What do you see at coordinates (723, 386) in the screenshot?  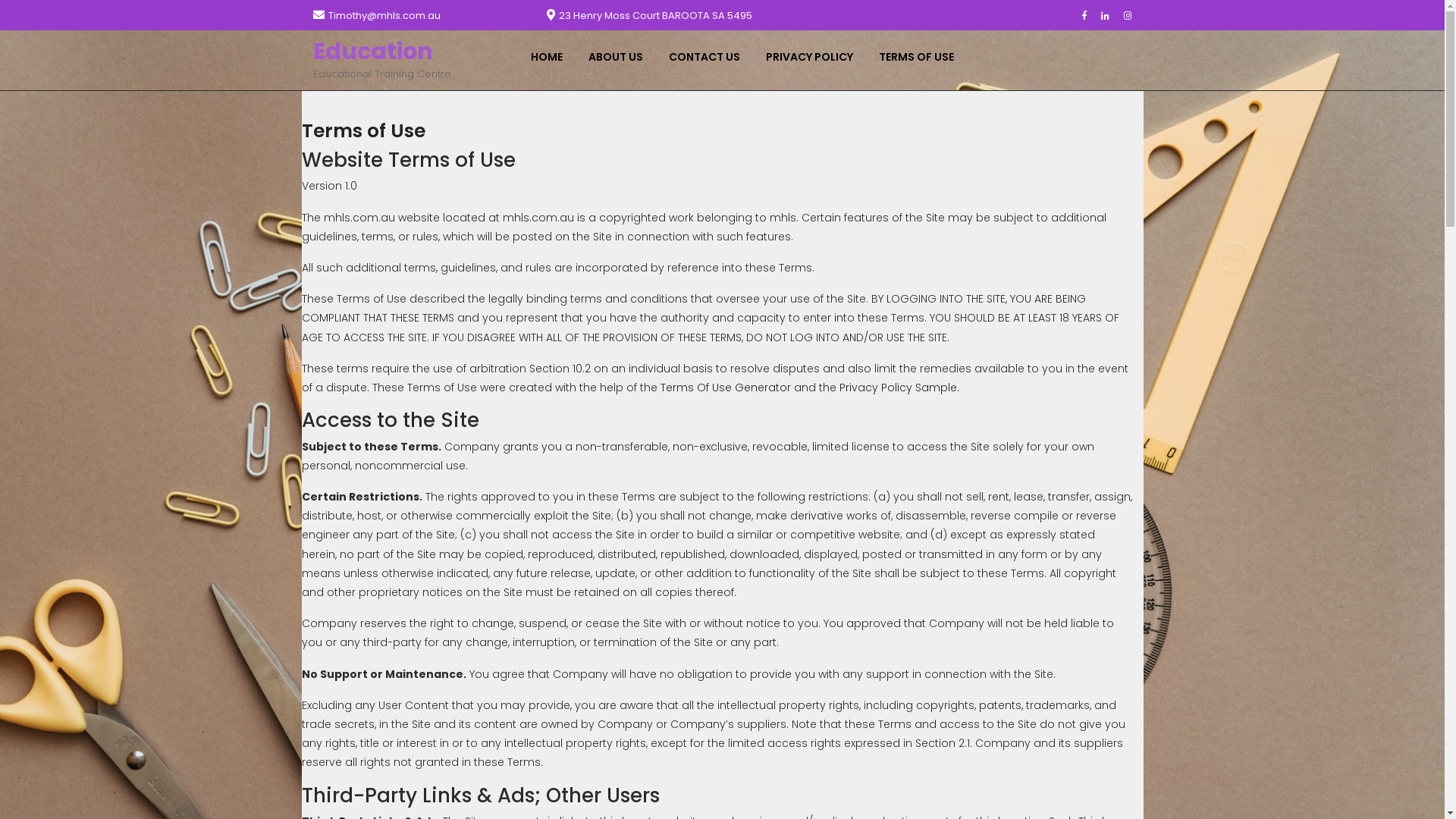 I see `'Terms Of Use Generator'` at bounding box center [723, 386].